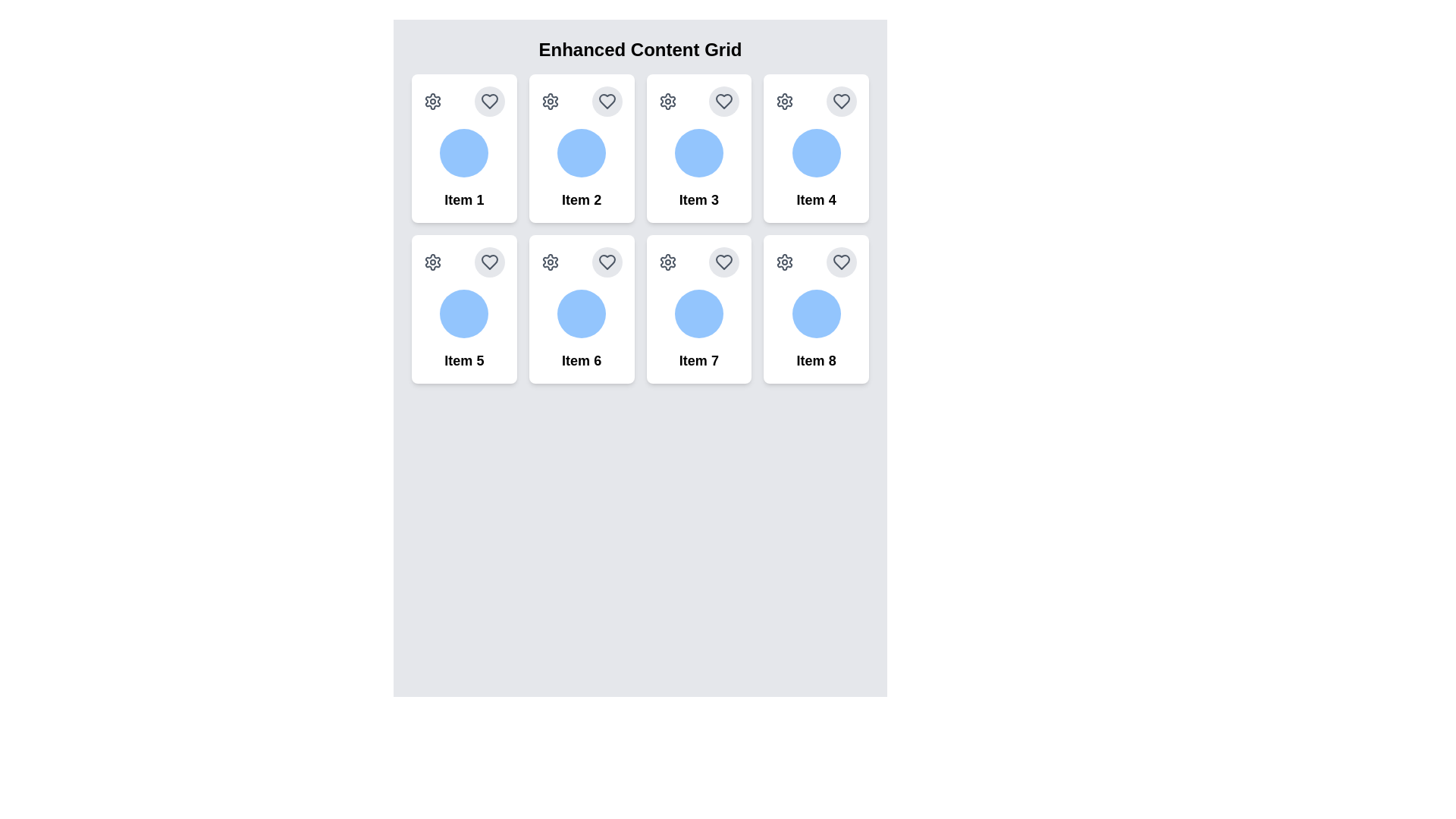  I want to click on the heart-shaped icon button located in the upper right corner of the card labeled 'Item 3' to favorite the item, so click(723, 102).